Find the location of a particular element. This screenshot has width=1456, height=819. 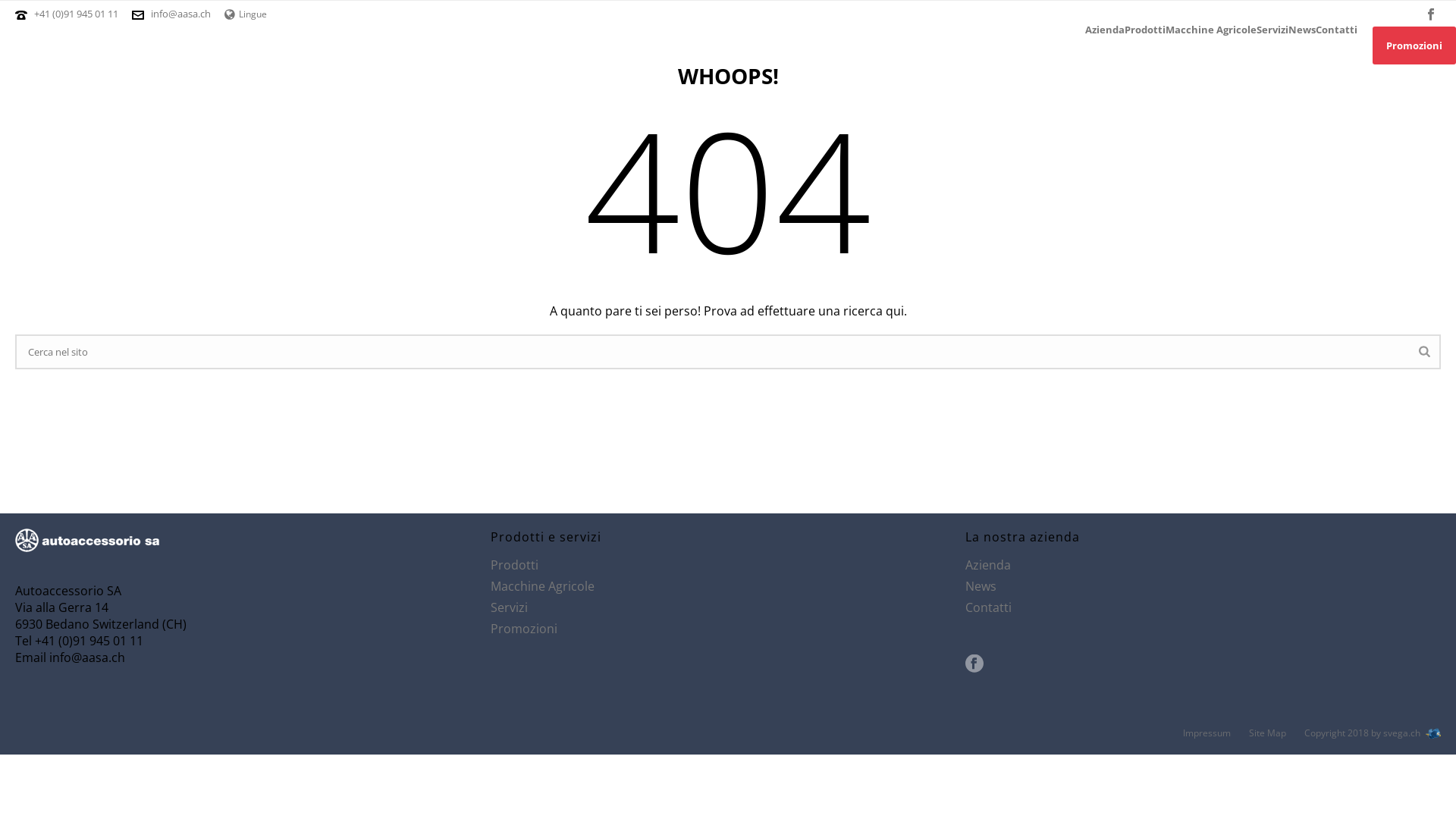

'Impressum' is located at coordinates (1206, 733).